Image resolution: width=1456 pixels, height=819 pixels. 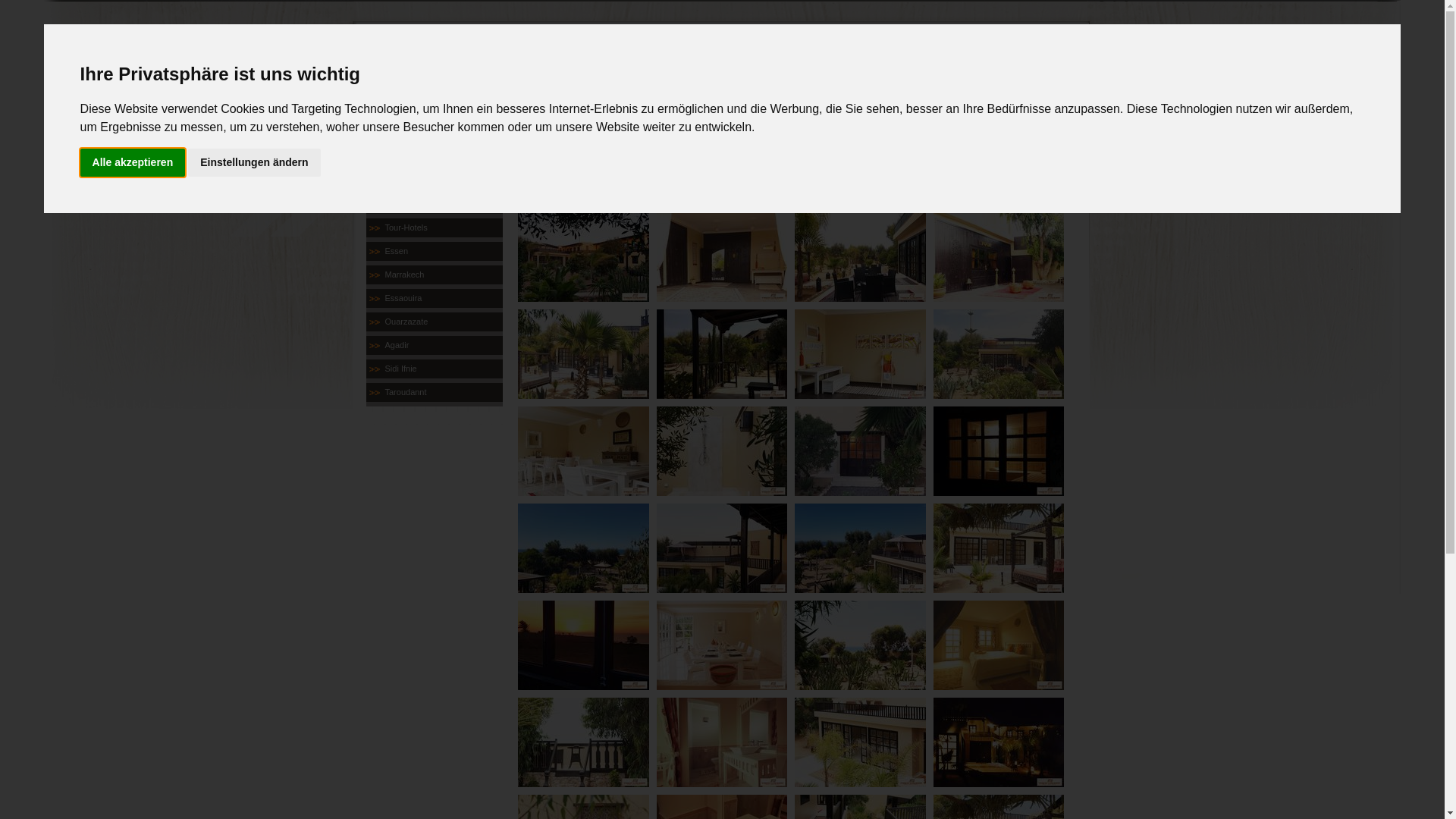 What do you see at coordinates (432, 250) in the screenshot?
I see `'Essen'` at bounding box center [432, 250].